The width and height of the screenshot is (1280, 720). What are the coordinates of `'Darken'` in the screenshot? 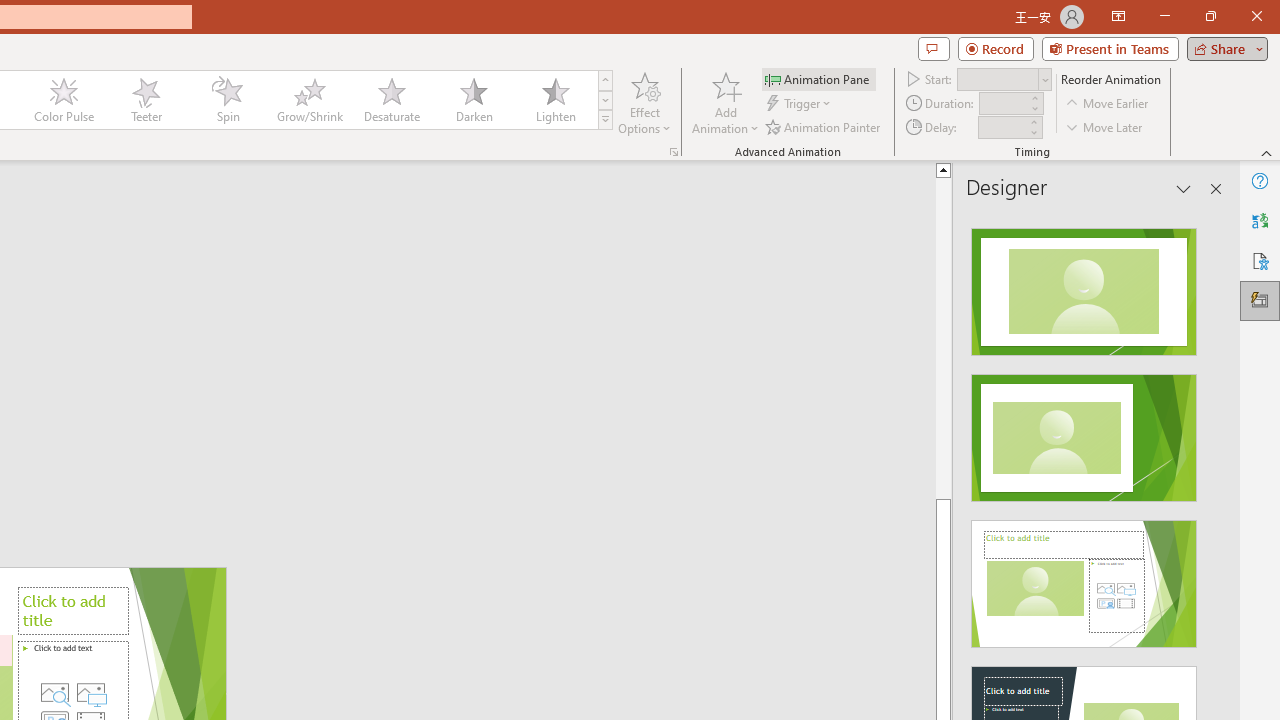 It's located at (472, 100).